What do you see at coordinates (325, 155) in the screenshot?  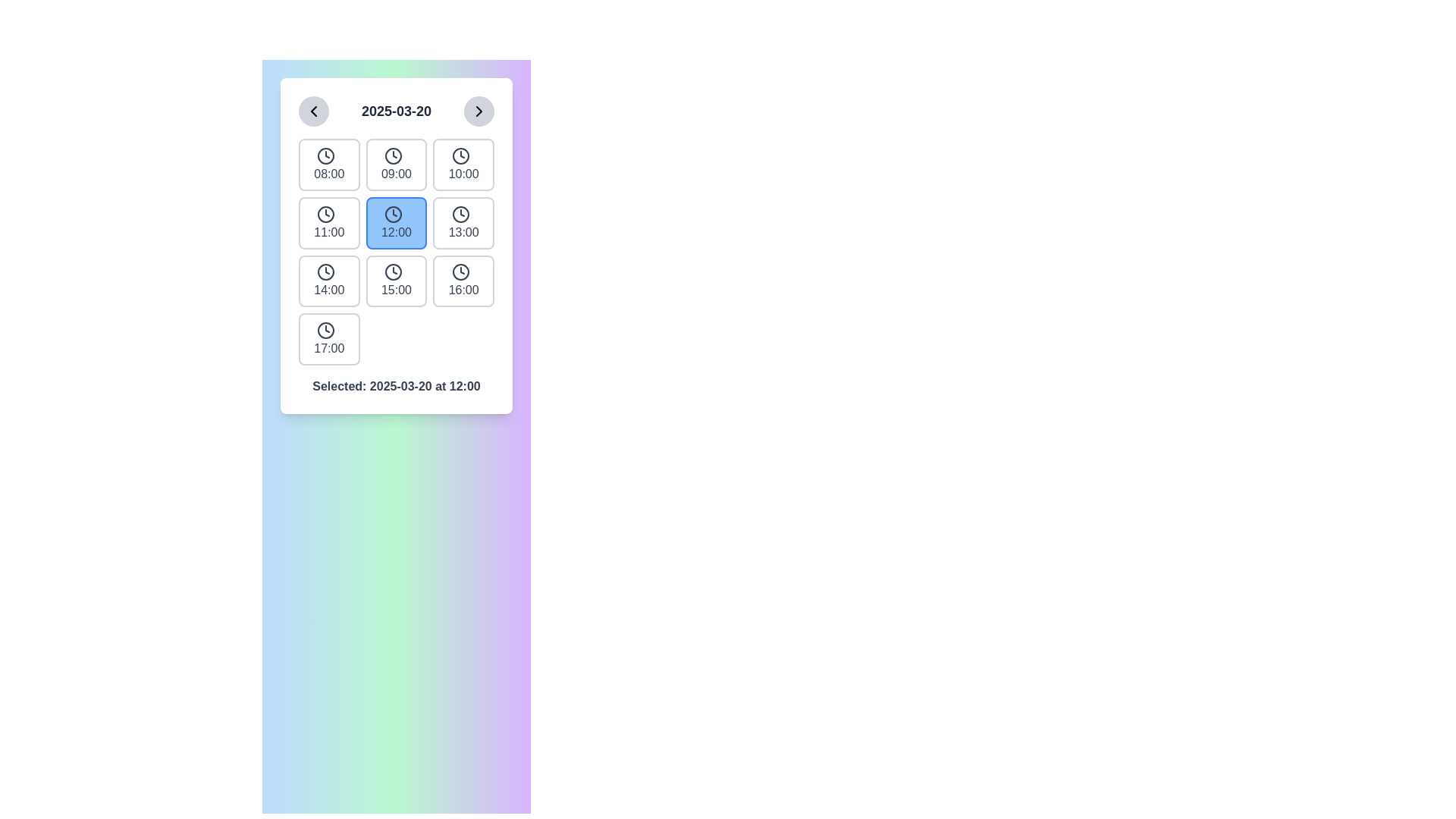 I see `the clock icon representing the '08:00' time slot in the top-left section of the time slots grid` at bounding box center [325, 155].